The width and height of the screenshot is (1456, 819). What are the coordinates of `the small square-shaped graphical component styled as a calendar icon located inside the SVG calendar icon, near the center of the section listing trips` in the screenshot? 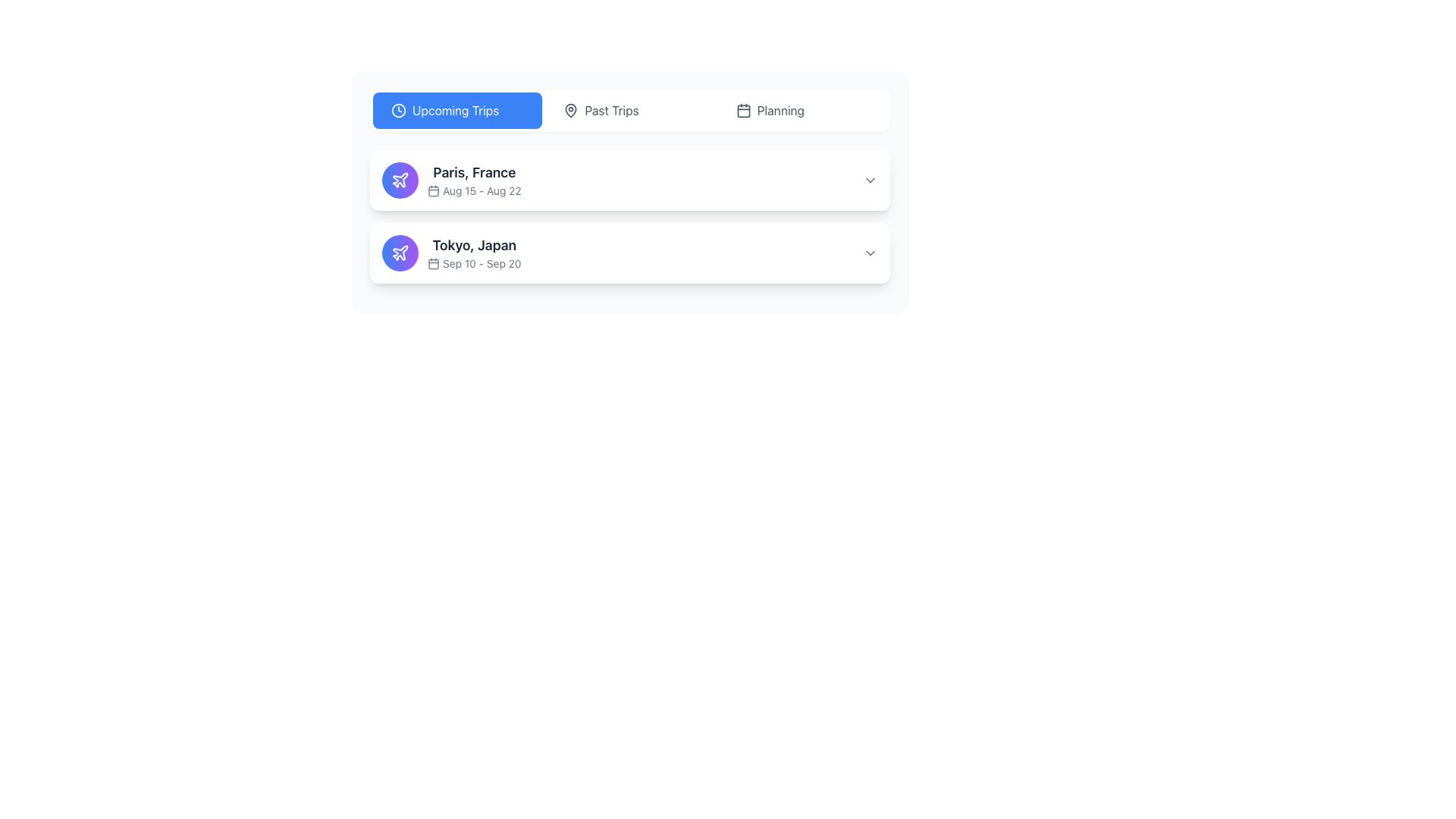 It's located at (432, 190).